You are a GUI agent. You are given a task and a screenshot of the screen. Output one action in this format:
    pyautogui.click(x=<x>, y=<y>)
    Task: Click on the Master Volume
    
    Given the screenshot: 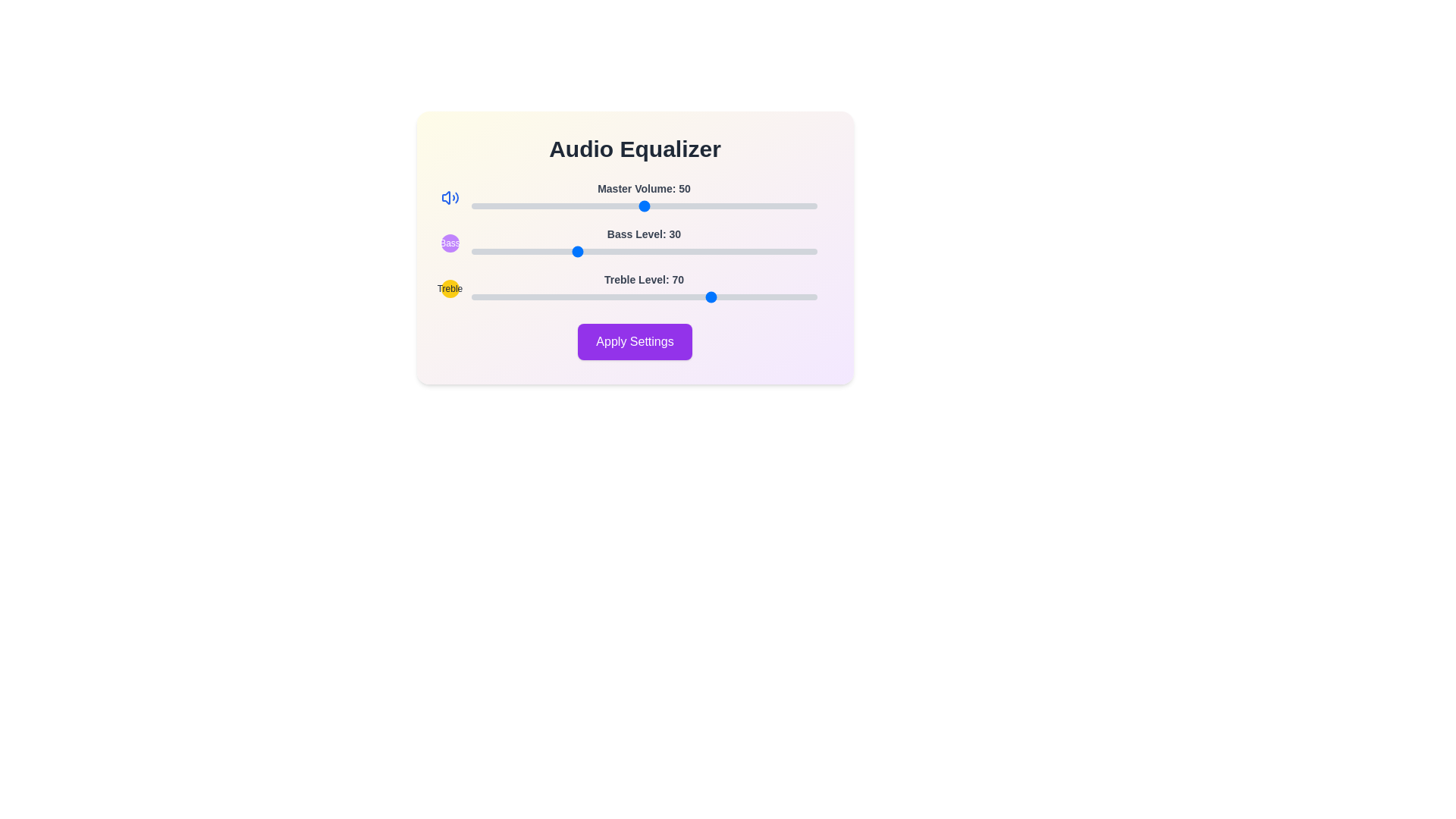 What is the action you would take?
    pyautogui.click(x=809, y=206)
    